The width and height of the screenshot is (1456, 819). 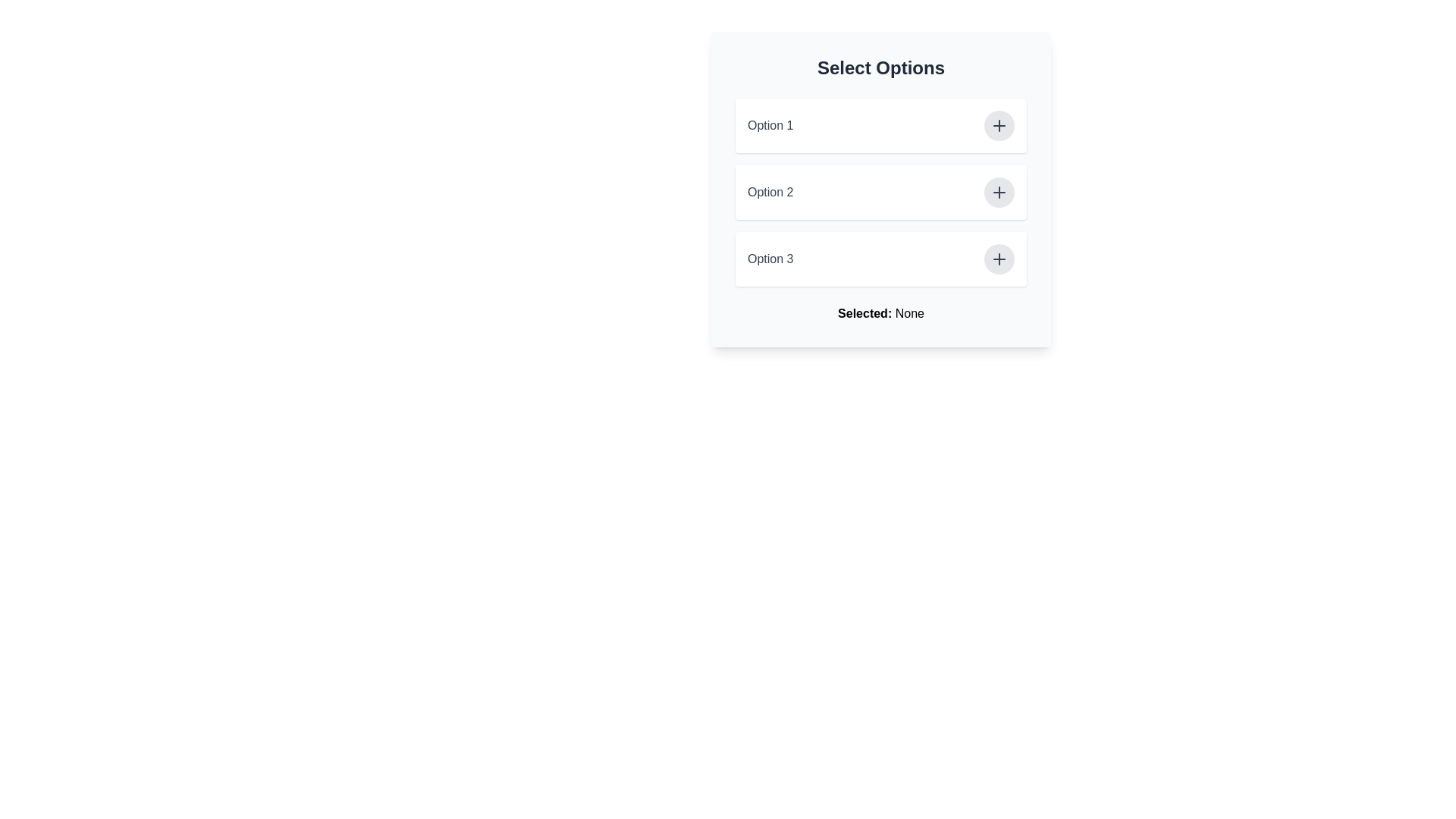 I want to click on the 'Option 3' text label, which is displayed in medium gray font on a white panel, so click(x=770, y=259).